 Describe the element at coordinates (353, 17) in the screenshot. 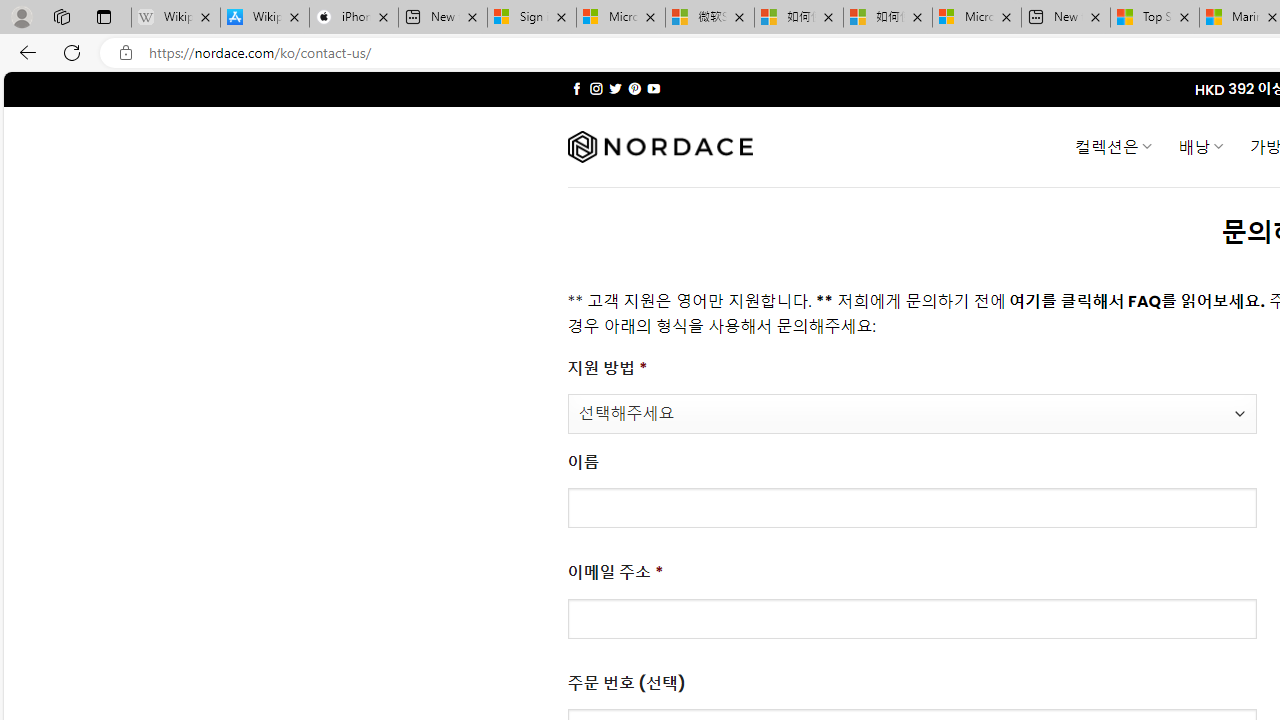

I see `'iPhone - Apple'` at that location.